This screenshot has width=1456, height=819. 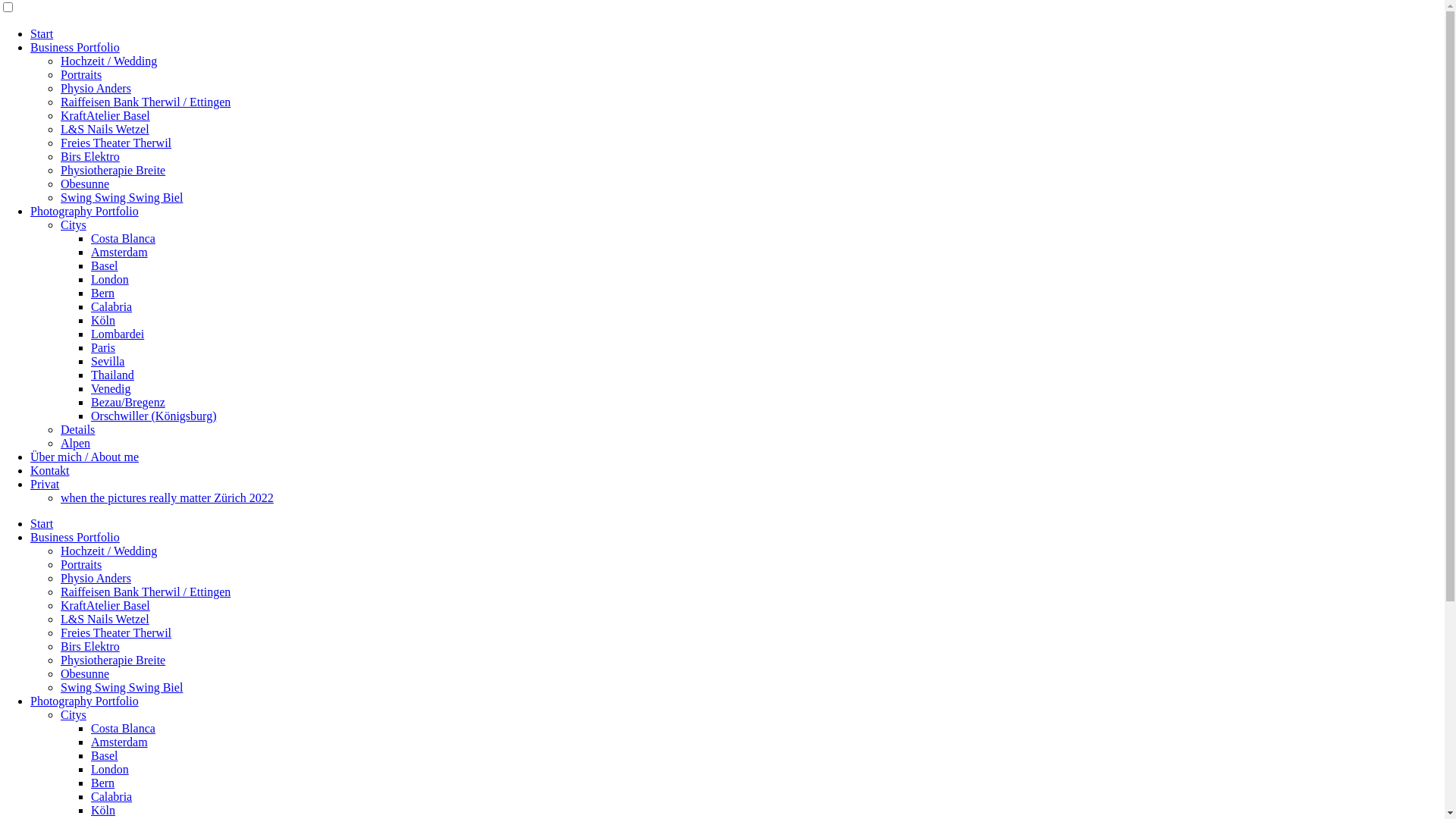 What do you see at coordinates (109, 388) in the screenshot?
I see `'Venedig'` at bounding box center [109, 388].